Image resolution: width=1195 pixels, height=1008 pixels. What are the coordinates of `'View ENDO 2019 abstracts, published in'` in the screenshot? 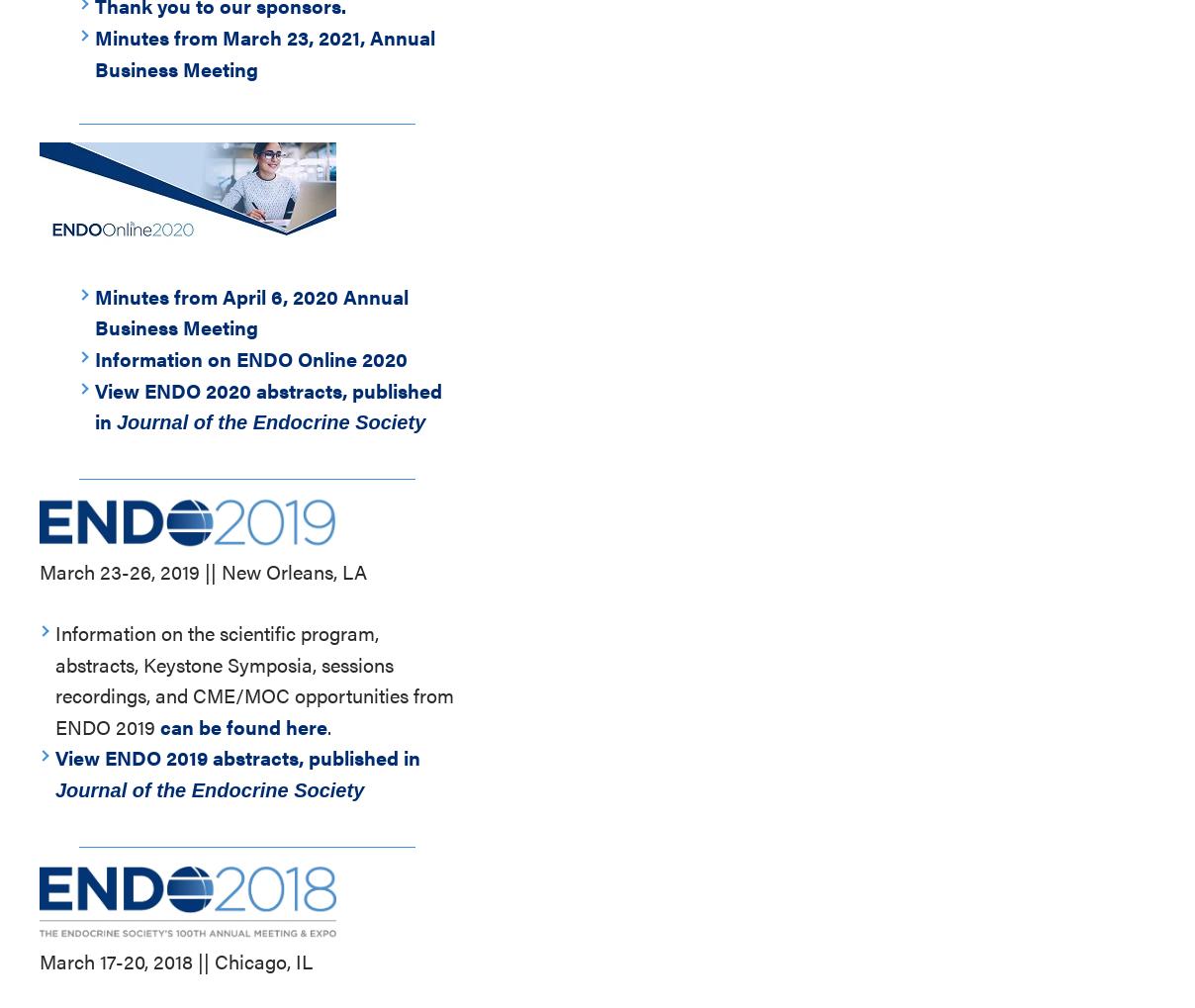 It's located at (237, 756).